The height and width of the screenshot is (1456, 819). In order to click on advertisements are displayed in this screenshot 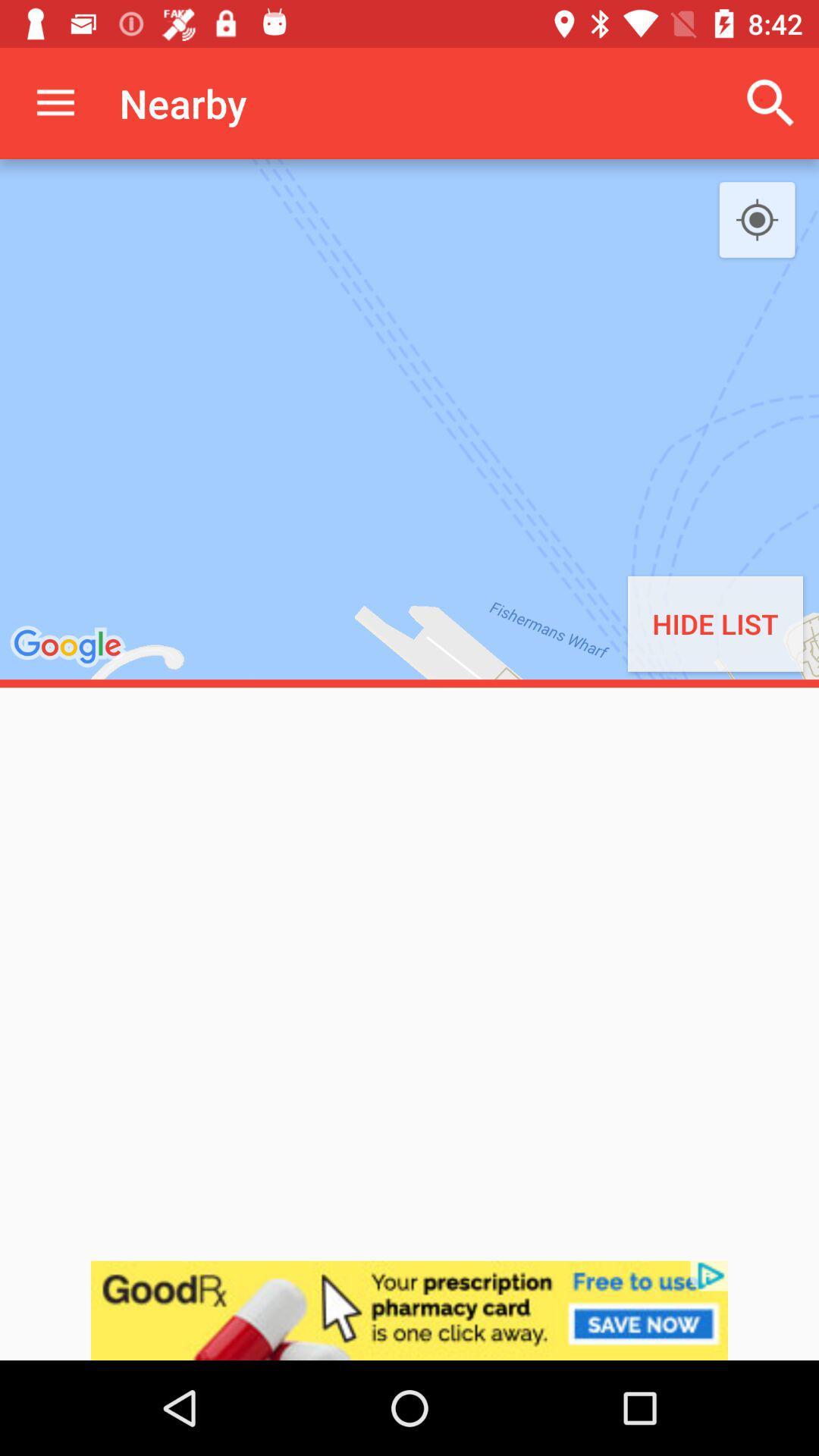, I will do `click(409, 1310)`.